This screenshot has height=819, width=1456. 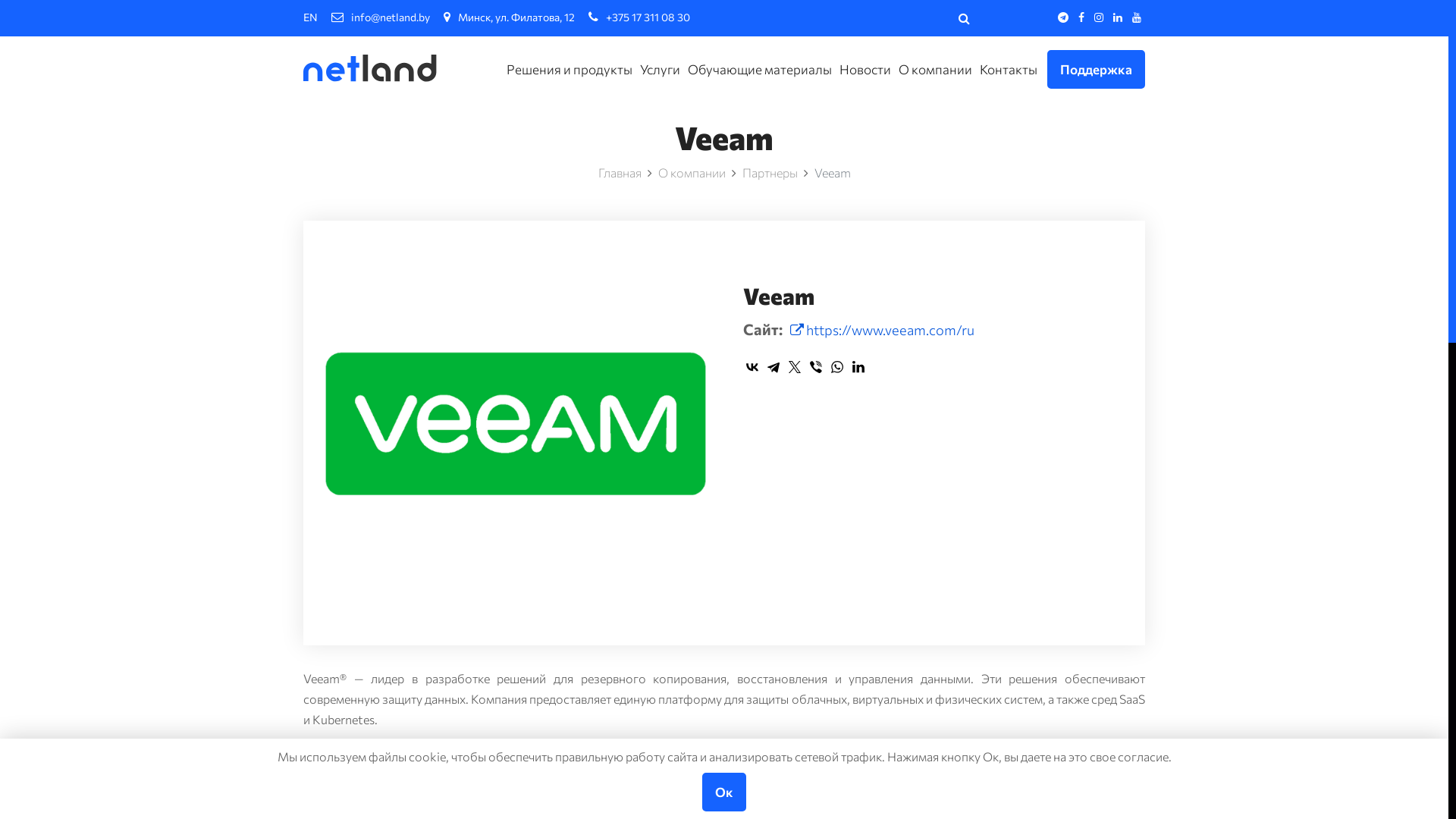 I want to click on 'Telegram', so click(x=773, y=366).